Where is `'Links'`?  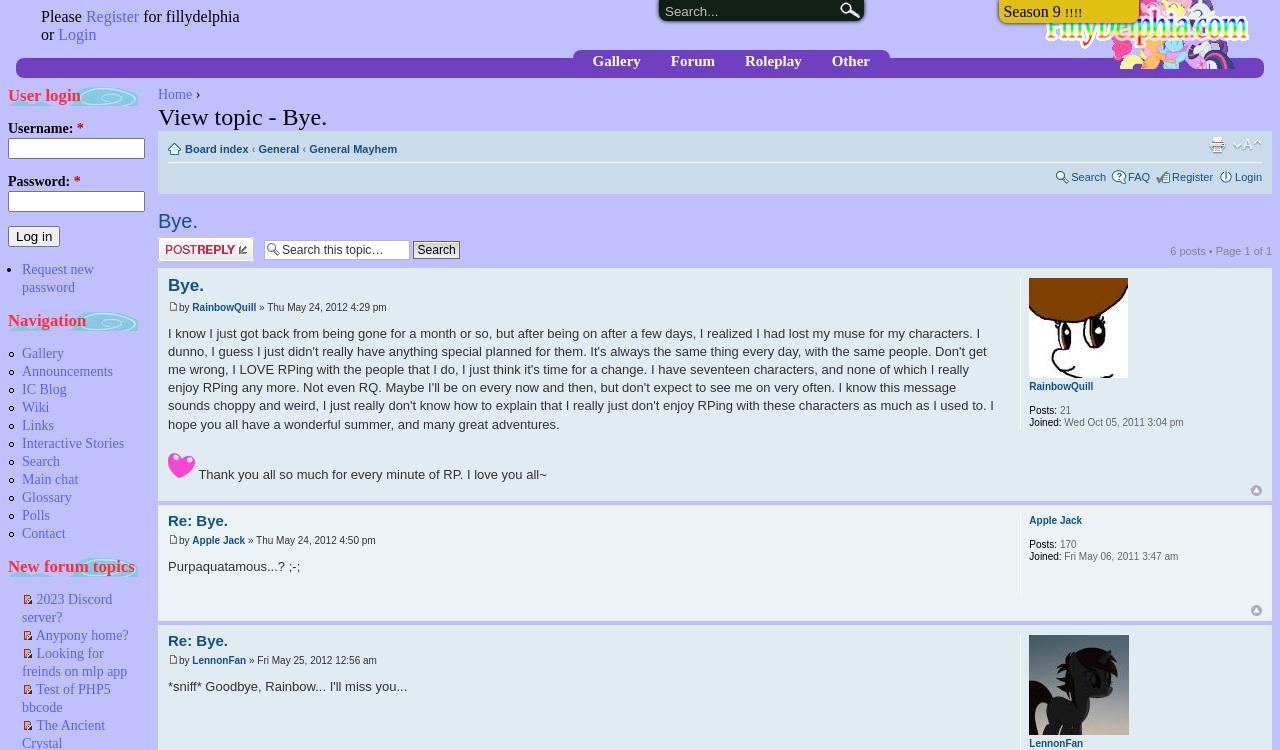
'Links' is located at coordinates (22, 425).